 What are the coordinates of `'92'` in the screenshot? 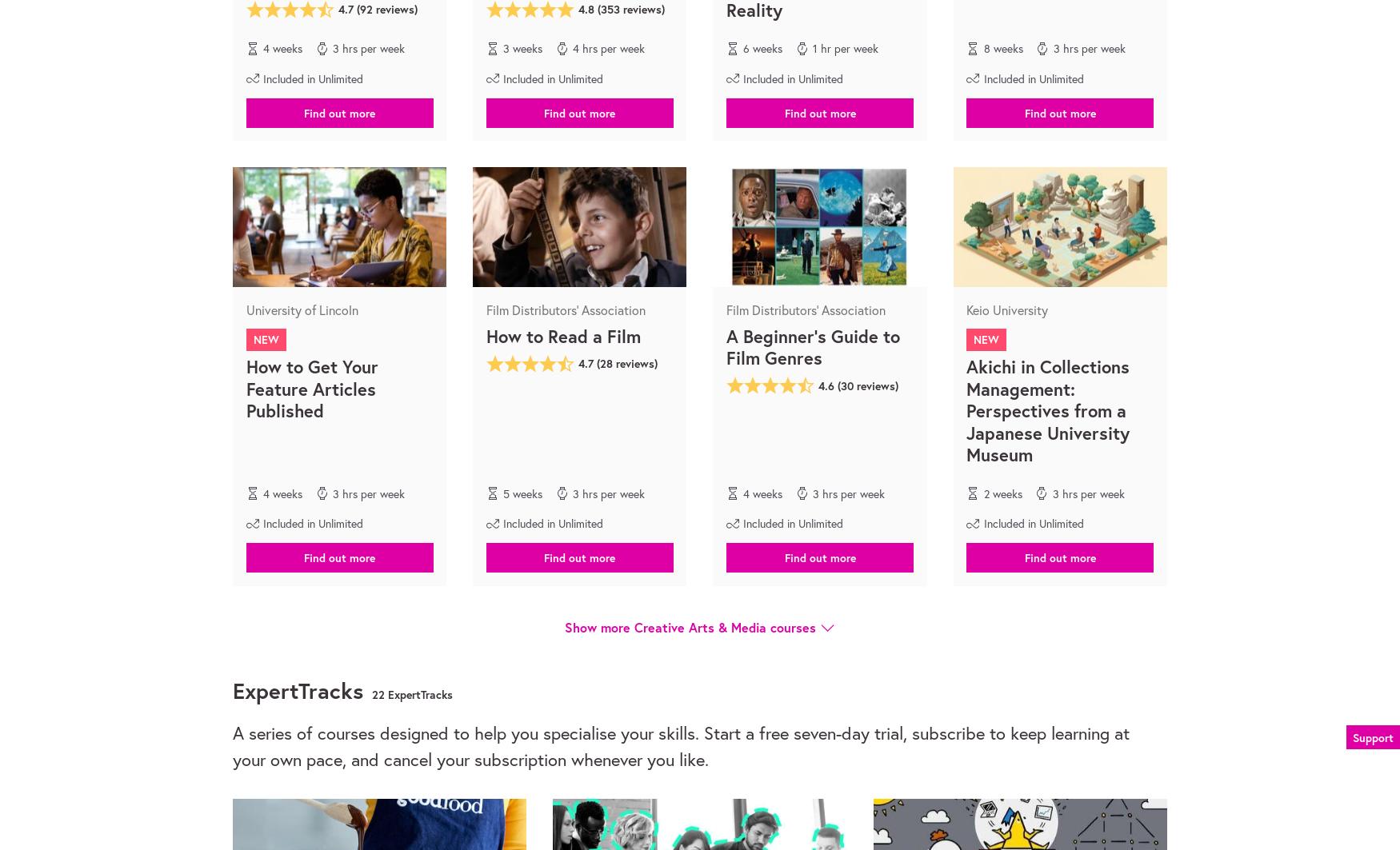 It's located at (366, 9).